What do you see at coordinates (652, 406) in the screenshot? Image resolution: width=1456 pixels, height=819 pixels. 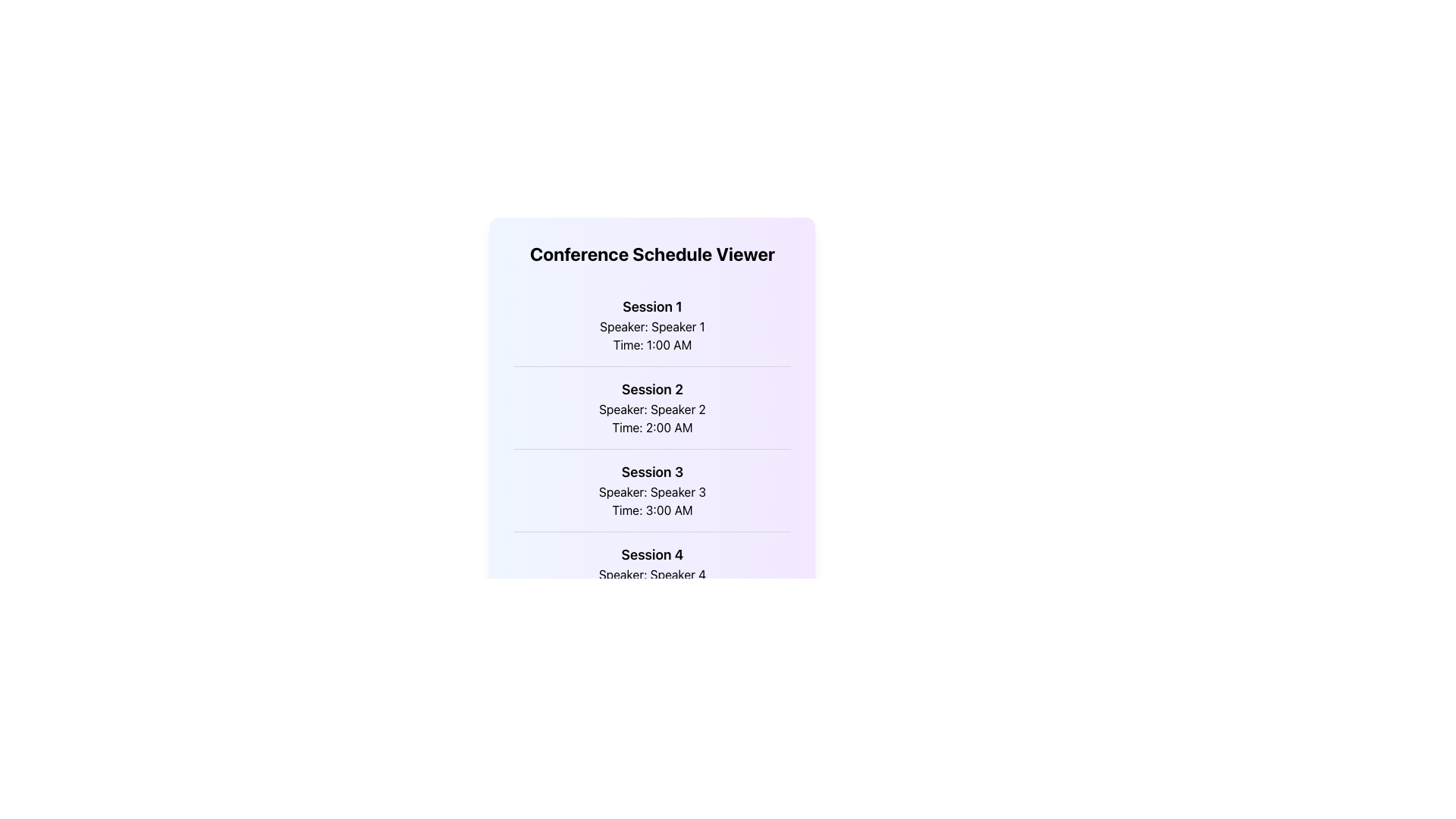 I see `the text block displaying 'Session 2', 'Speaker: Speaker 2', and 'Time: 2:00 AM' to interact with the session details` at bounding box center [652, 406].